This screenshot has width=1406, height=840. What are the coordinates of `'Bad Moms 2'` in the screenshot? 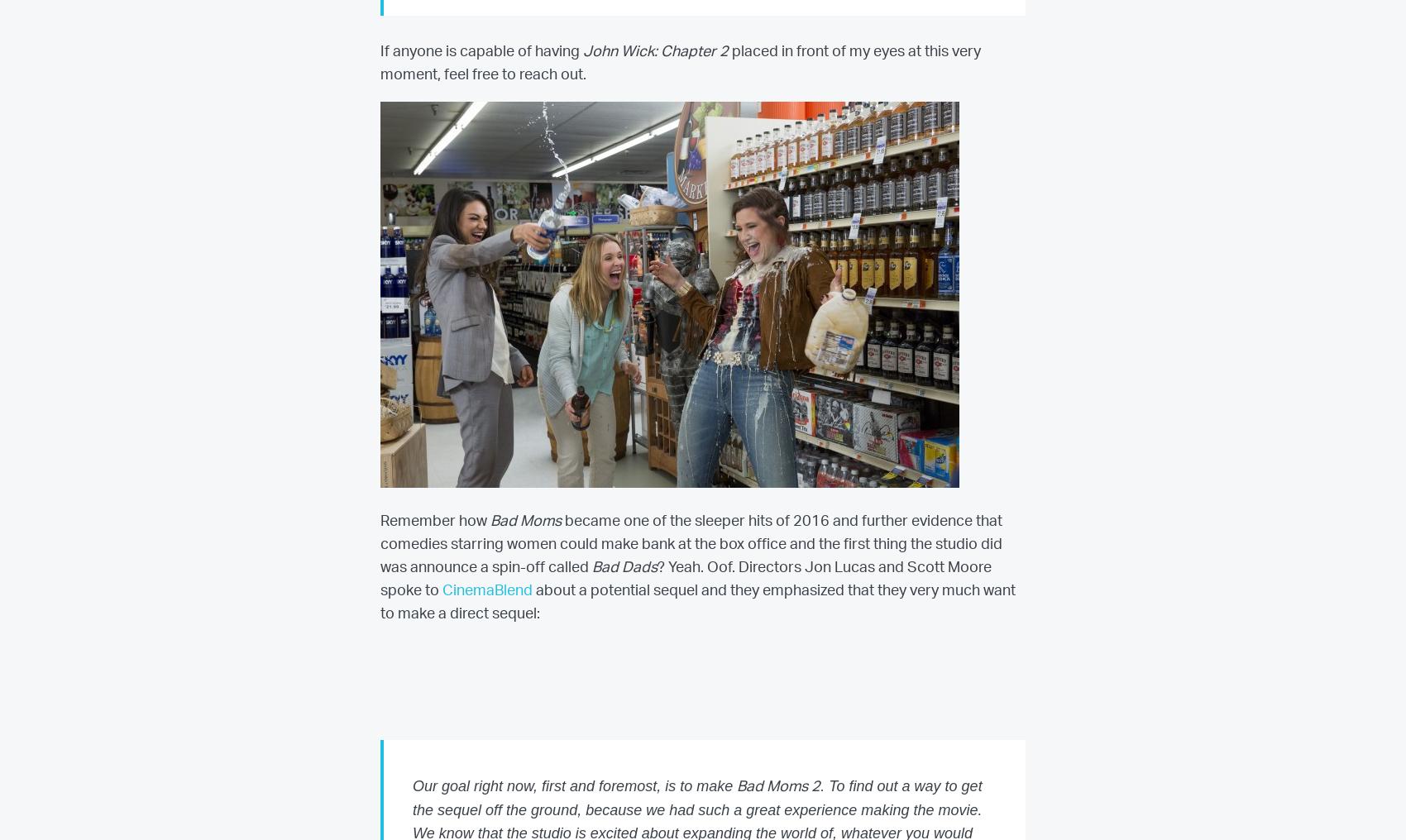 It's located at (778, 785).